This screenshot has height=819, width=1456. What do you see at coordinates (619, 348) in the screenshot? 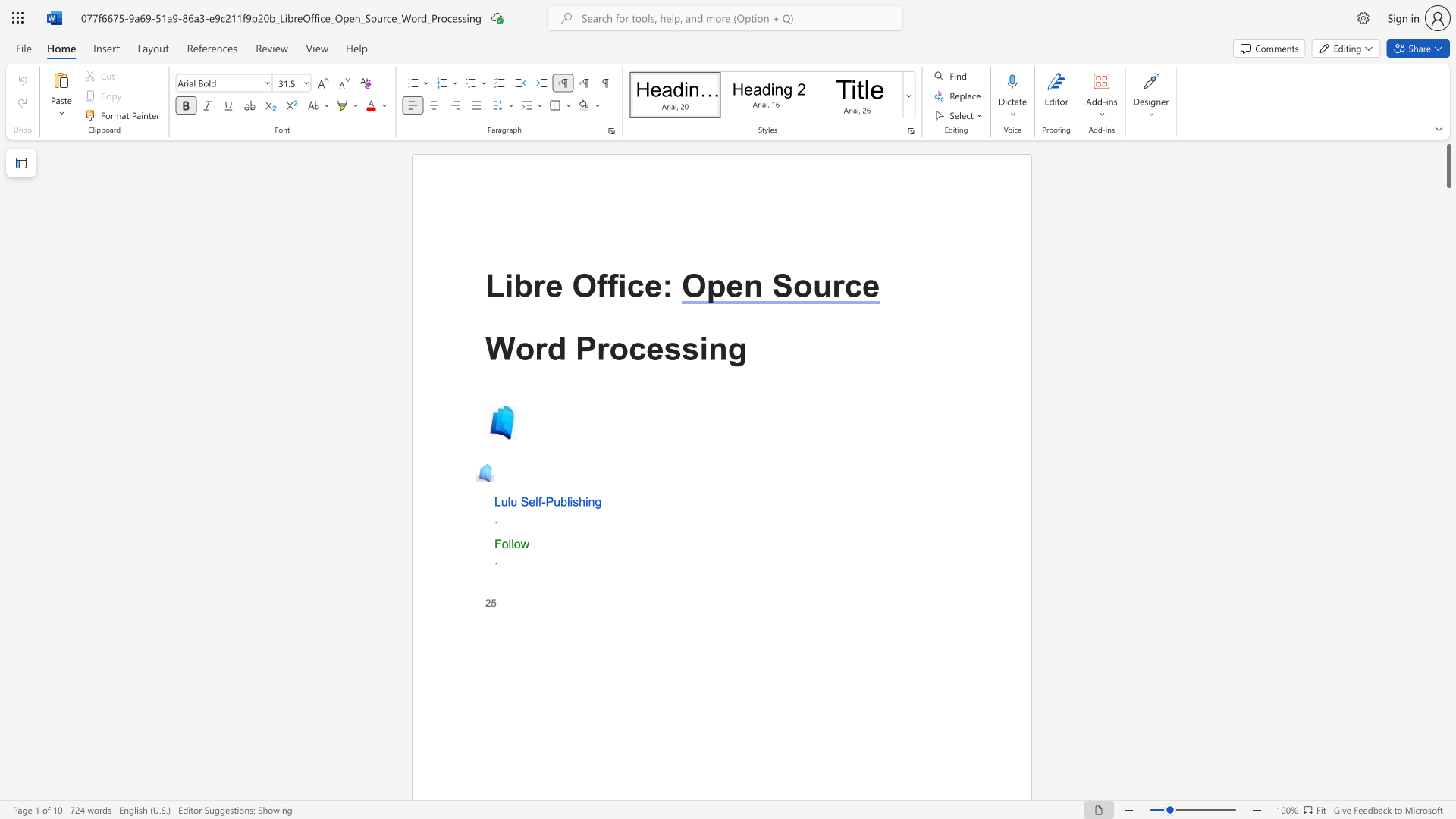
I see `the 2th character "o" in the text` at bounding box center [619, 348].